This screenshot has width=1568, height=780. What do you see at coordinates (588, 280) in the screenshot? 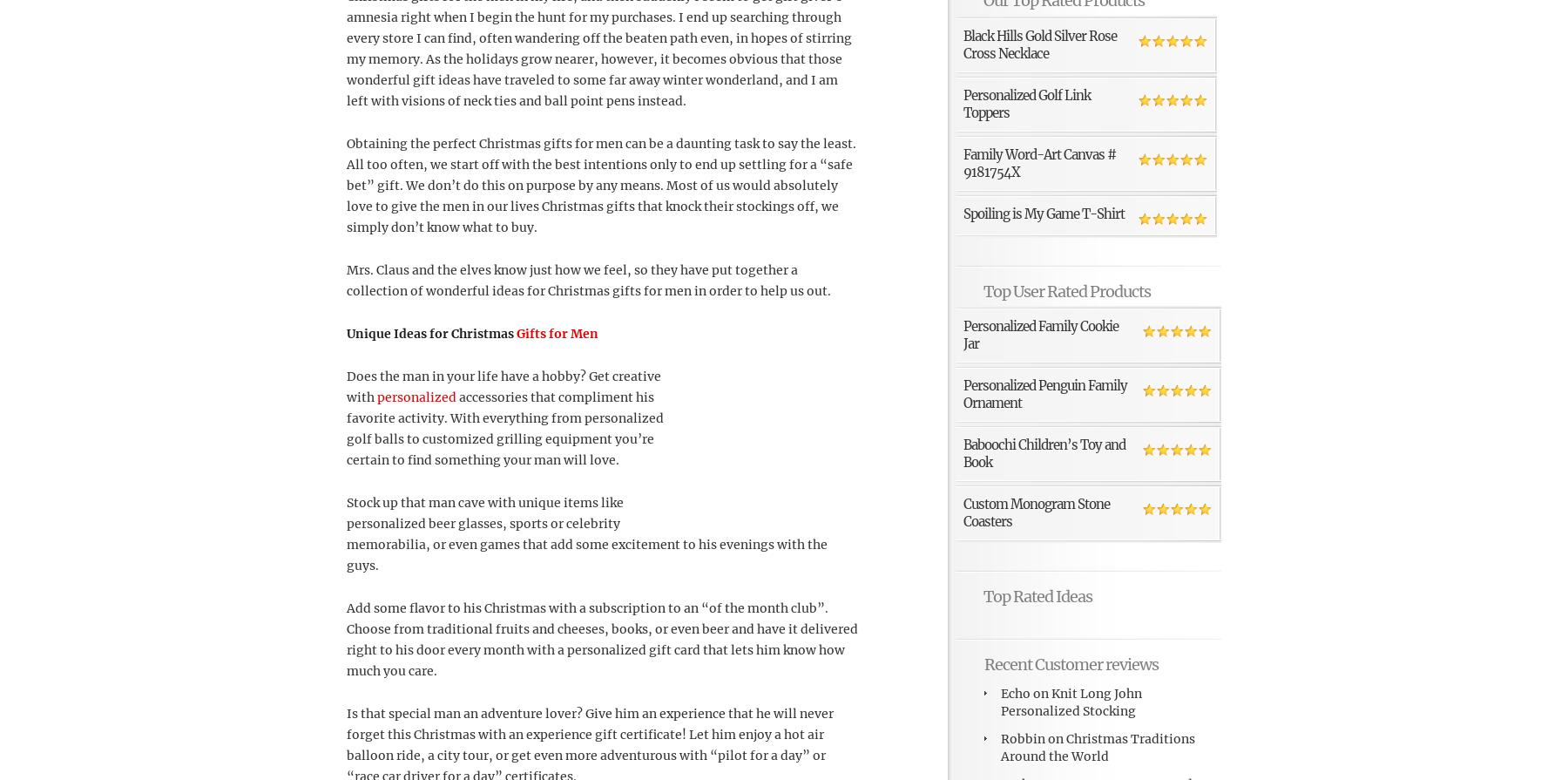
I see `'Mrs. Claus and the elves know just how we feel, so they have put together a collection of wonderful ideas for Christmas gifts for men in order to help us out.'` at bounding box center [588, 280].